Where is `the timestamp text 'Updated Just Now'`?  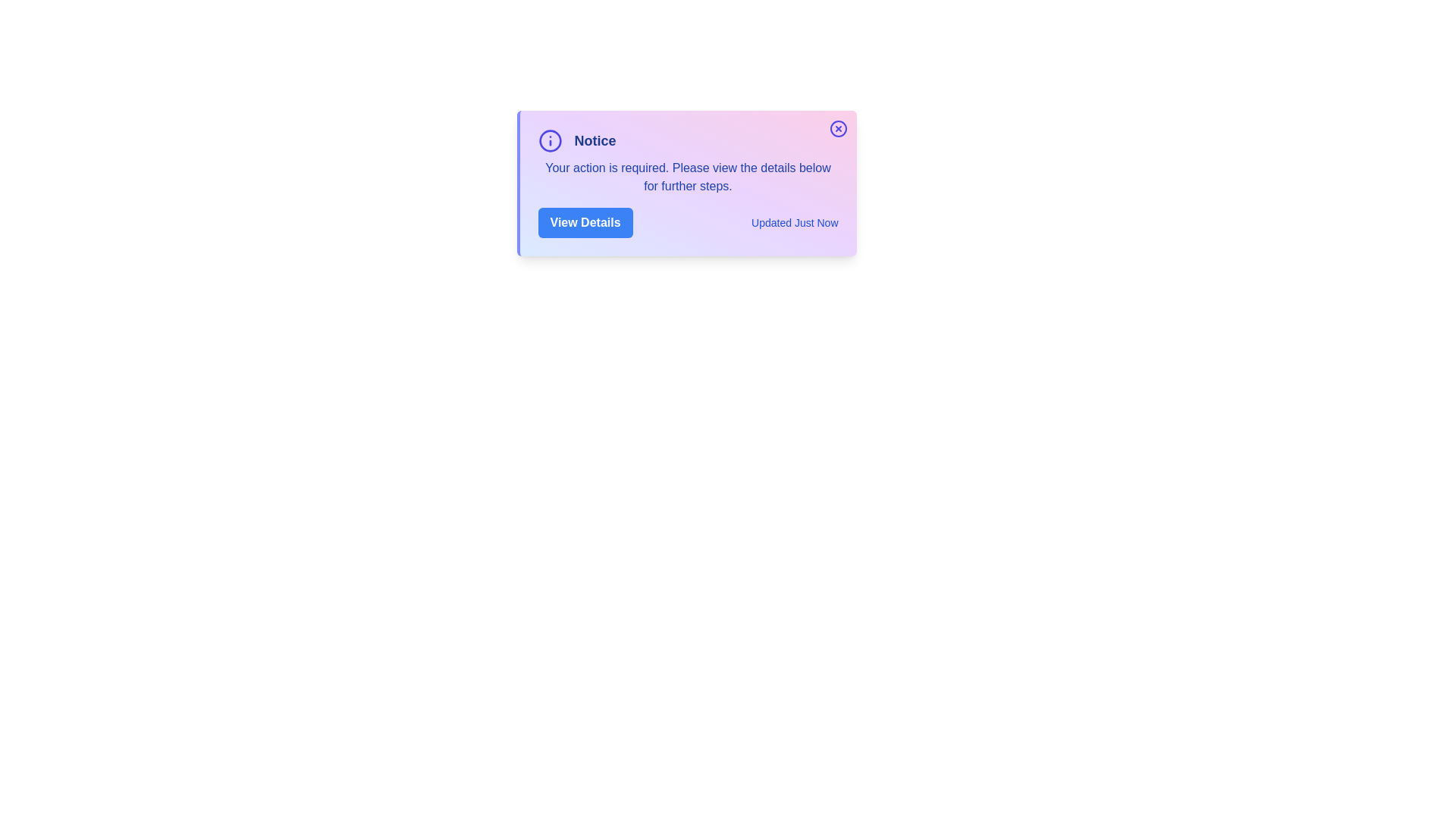
the timestamp text 'Updated Just Now' is located at coordinates (793, 222).